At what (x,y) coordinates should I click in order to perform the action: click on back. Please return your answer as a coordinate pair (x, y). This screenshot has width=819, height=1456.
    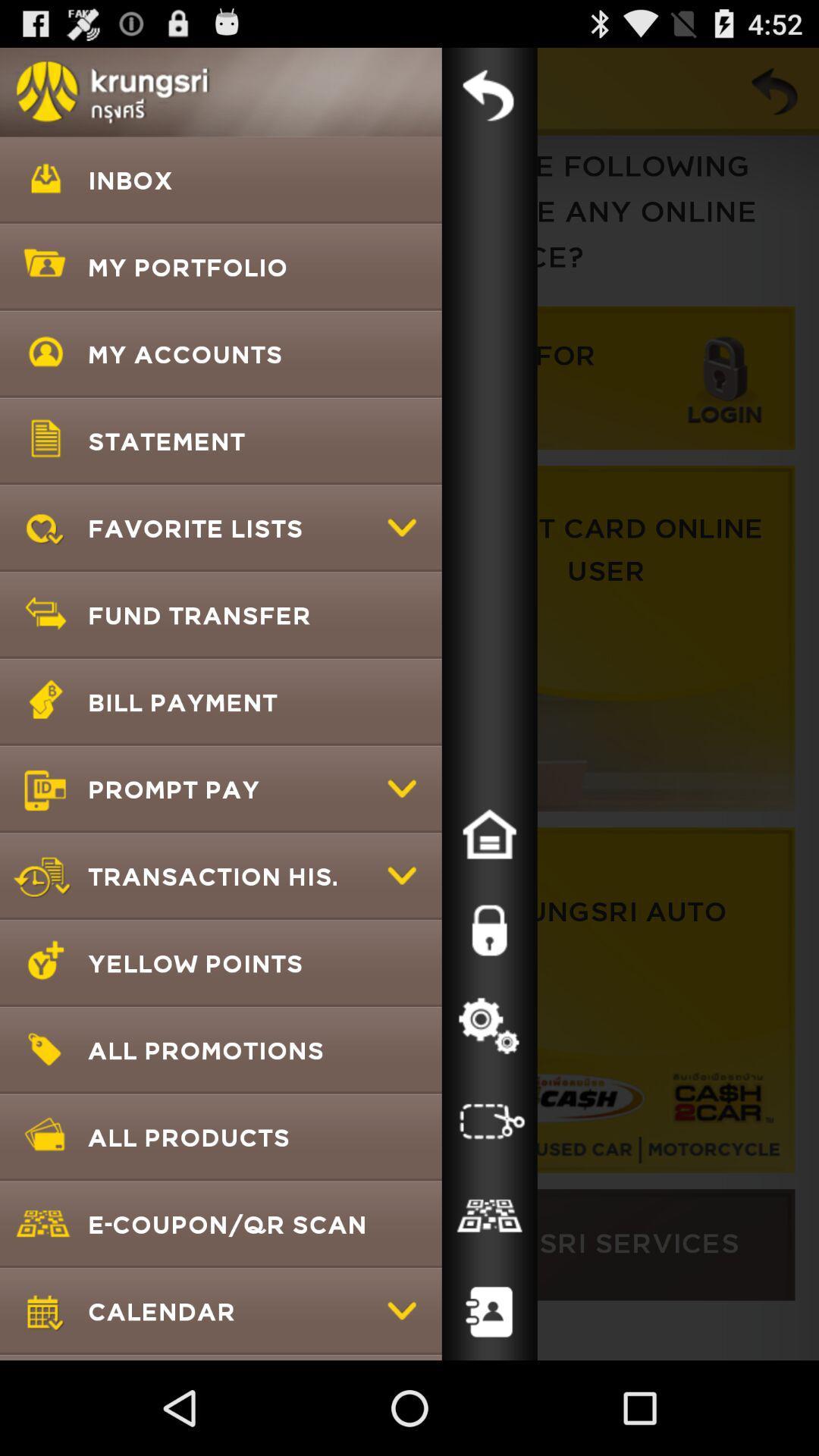
    Looking at the image, I should click on (489, 94).